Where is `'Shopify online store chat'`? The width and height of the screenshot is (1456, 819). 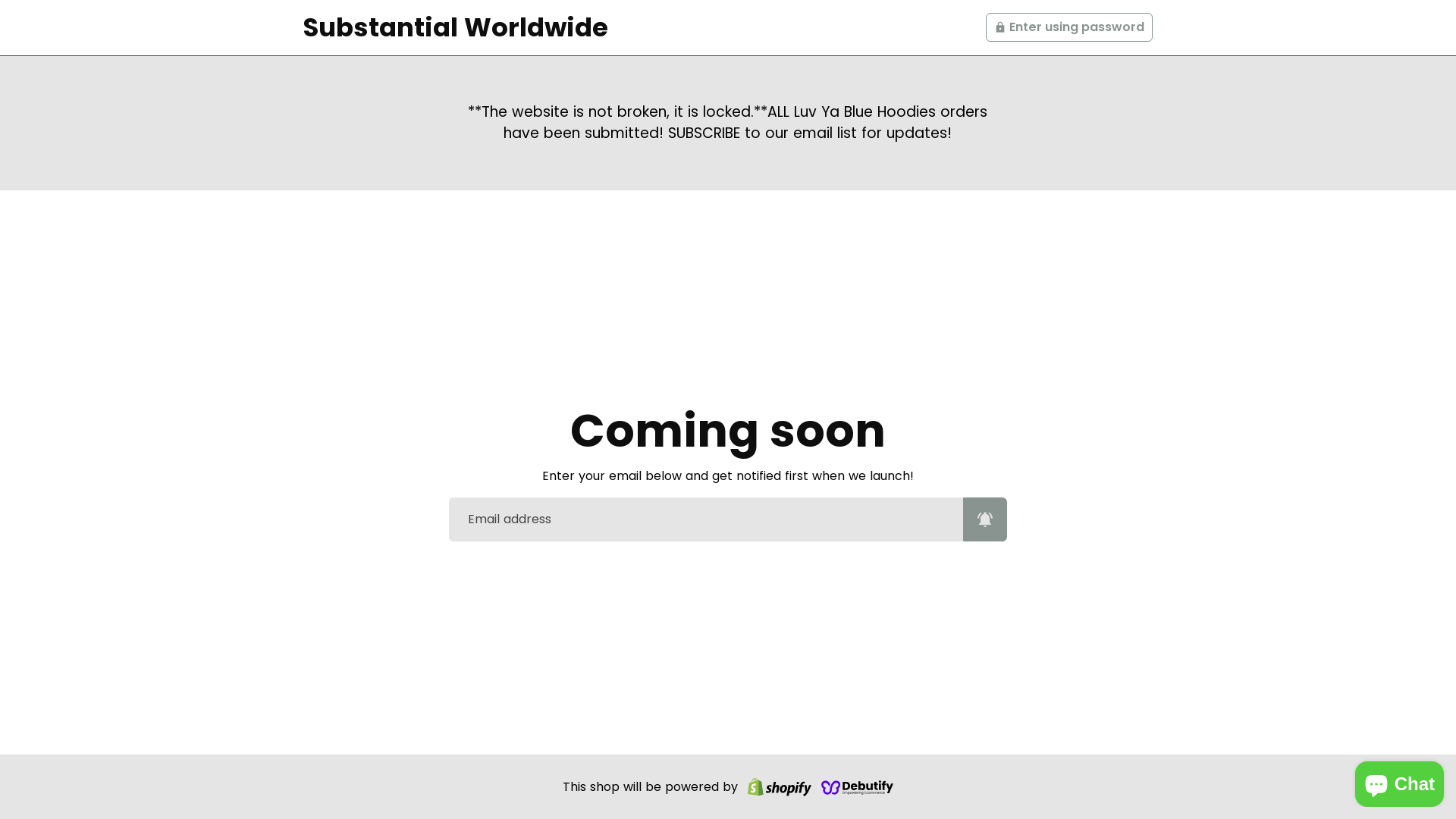 'Shopify online store chat' is located at coordinates (1398, 780).